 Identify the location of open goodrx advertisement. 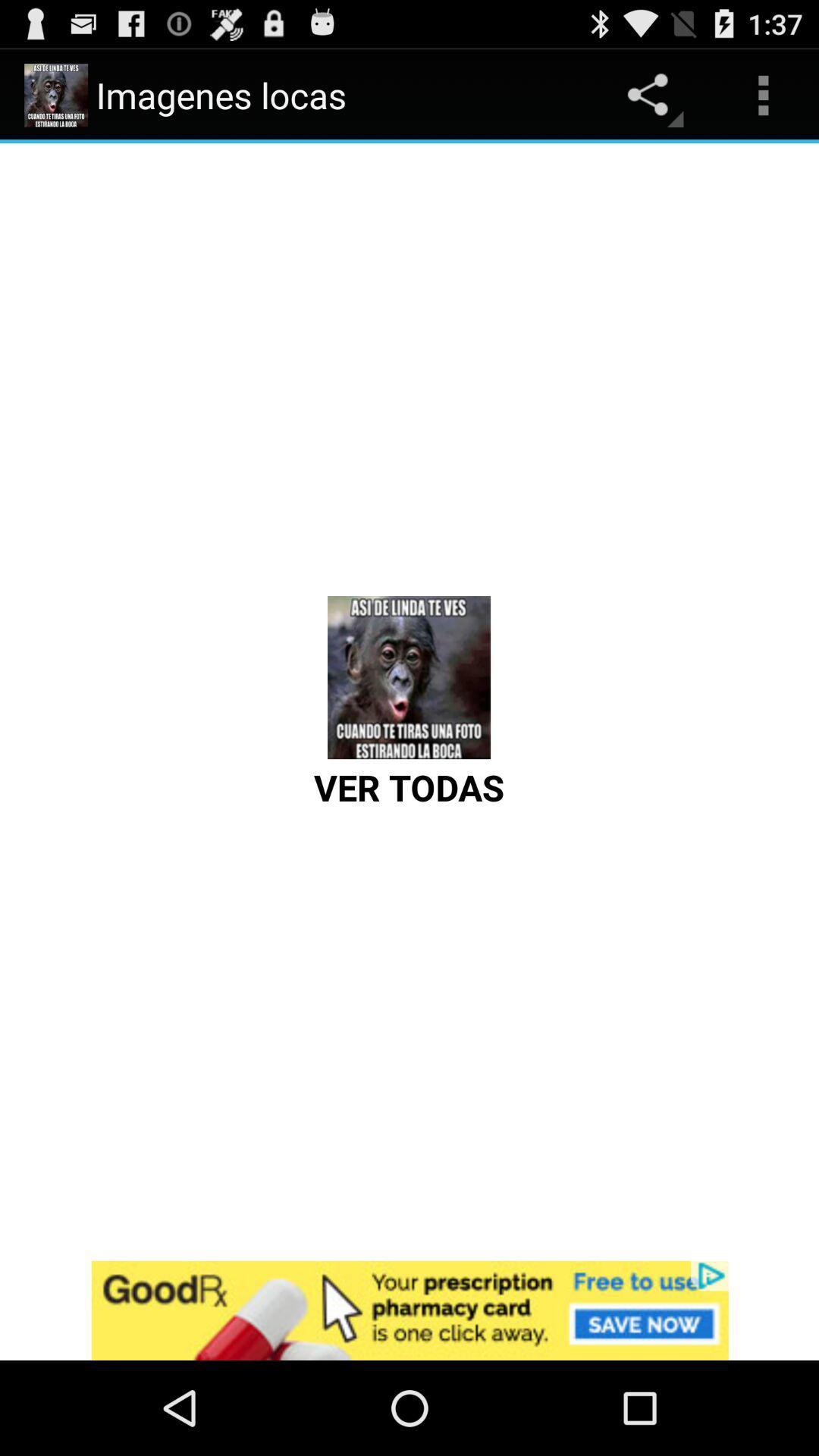
(409, 1310).